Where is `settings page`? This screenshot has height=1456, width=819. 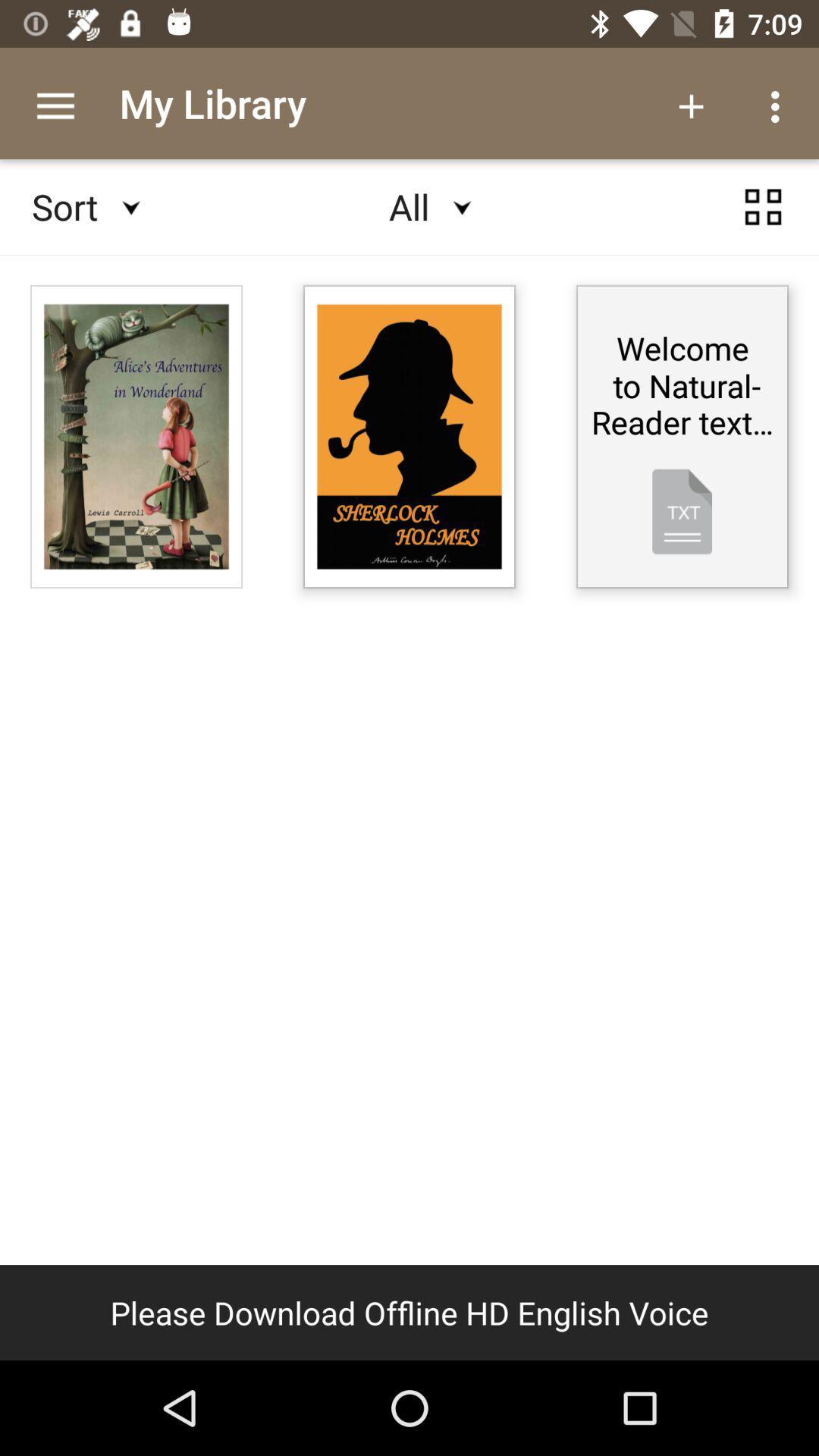 settings page is located at coordinates (763, 206).